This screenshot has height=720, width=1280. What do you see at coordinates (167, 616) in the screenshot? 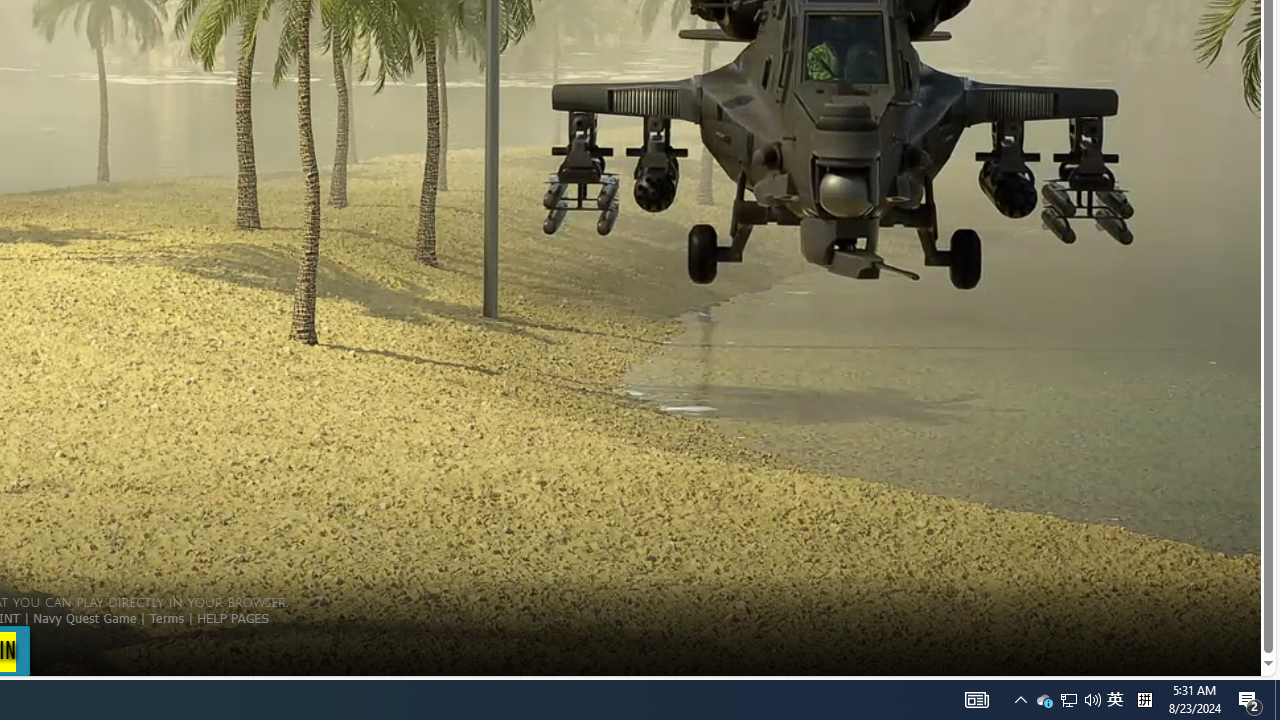
I see `'Terms'` at bounding box center [167, 616].